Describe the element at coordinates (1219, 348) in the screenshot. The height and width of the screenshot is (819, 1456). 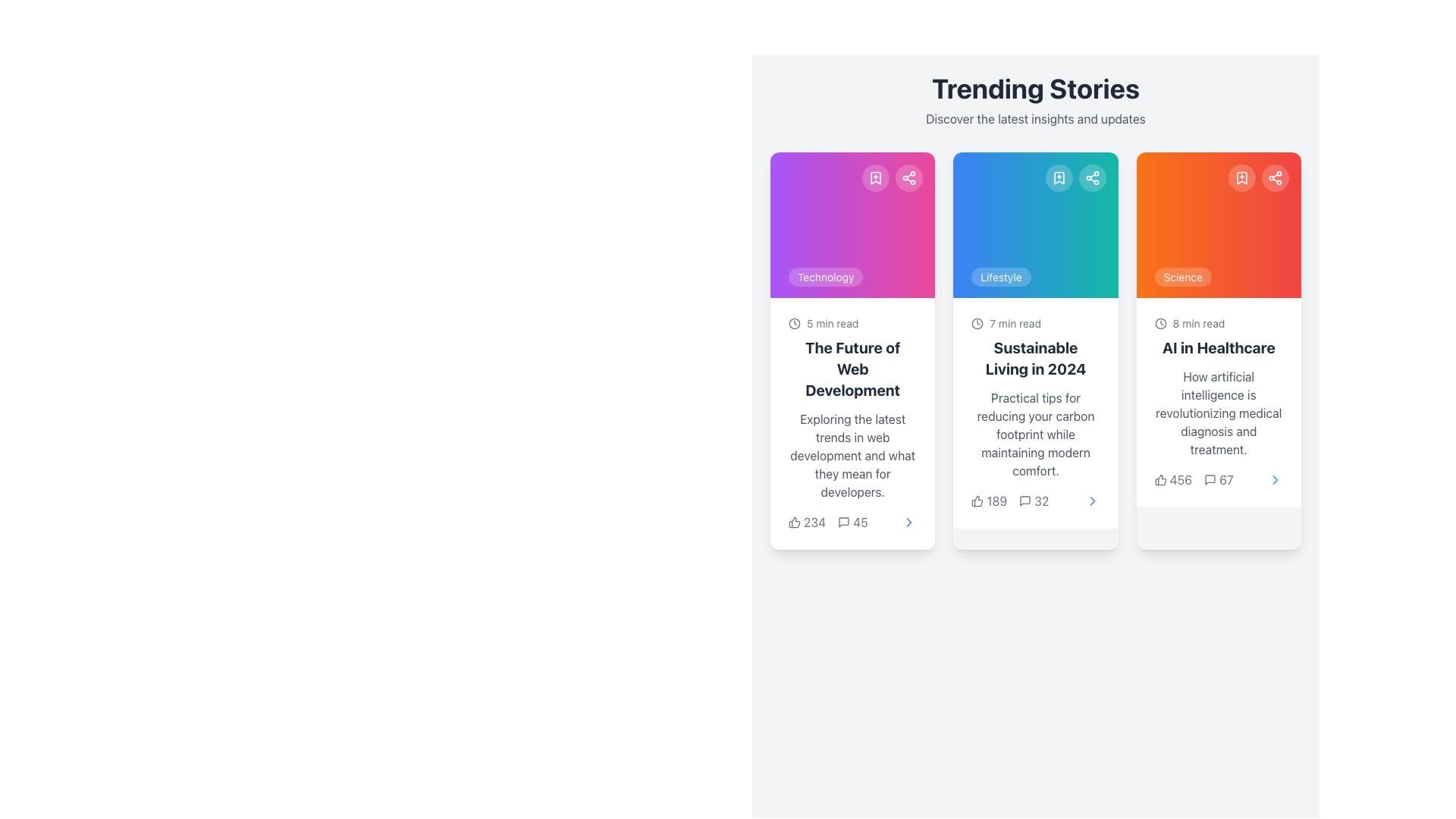
I see `title text label located at the top of the description section of the last card in the 'Trending Stories' list, which summarizes the topic of the article` at that location.